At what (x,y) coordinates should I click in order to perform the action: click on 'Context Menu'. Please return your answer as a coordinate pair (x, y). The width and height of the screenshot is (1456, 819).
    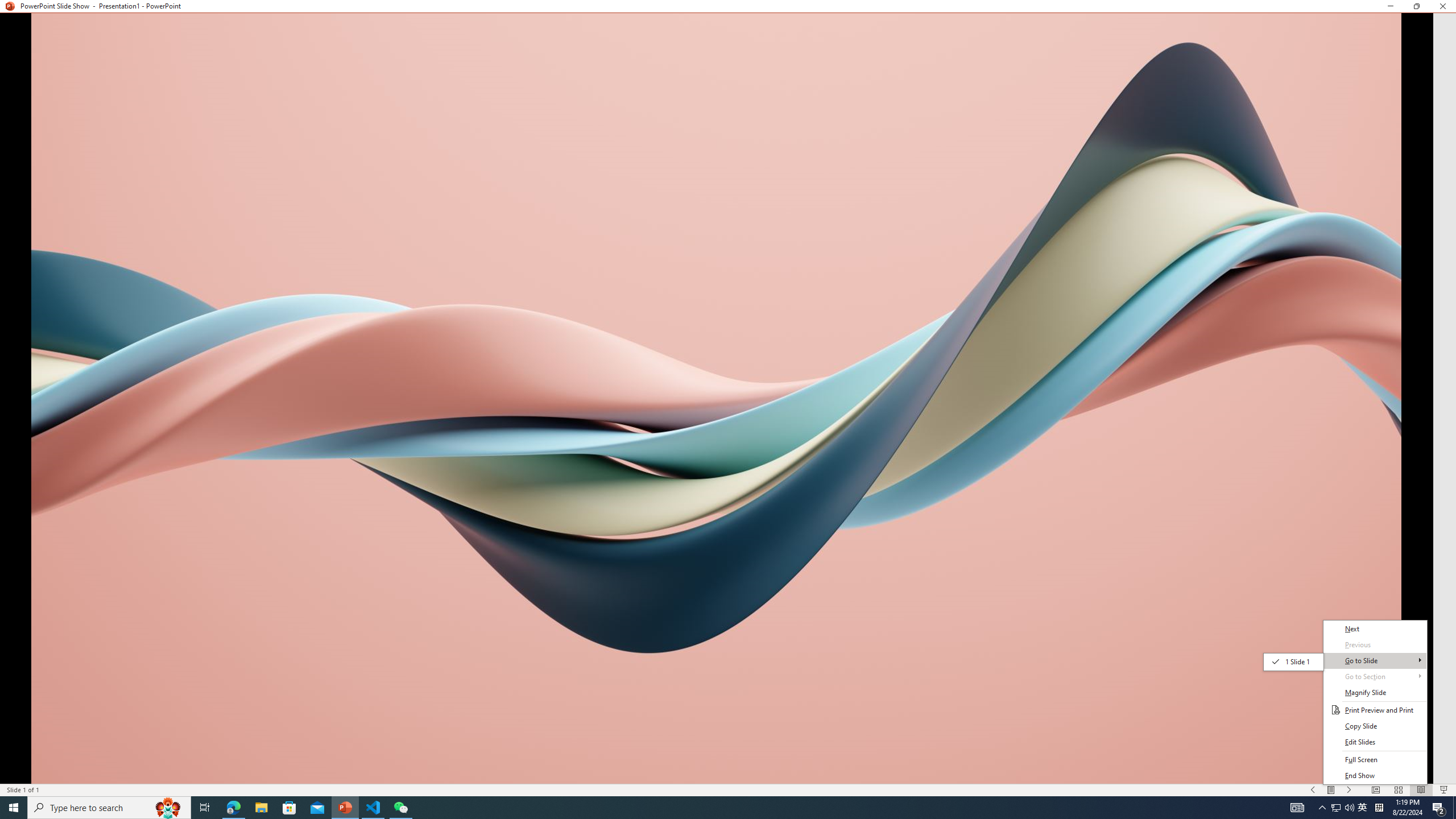
    Looking at the image, I should click on (1375, 701).